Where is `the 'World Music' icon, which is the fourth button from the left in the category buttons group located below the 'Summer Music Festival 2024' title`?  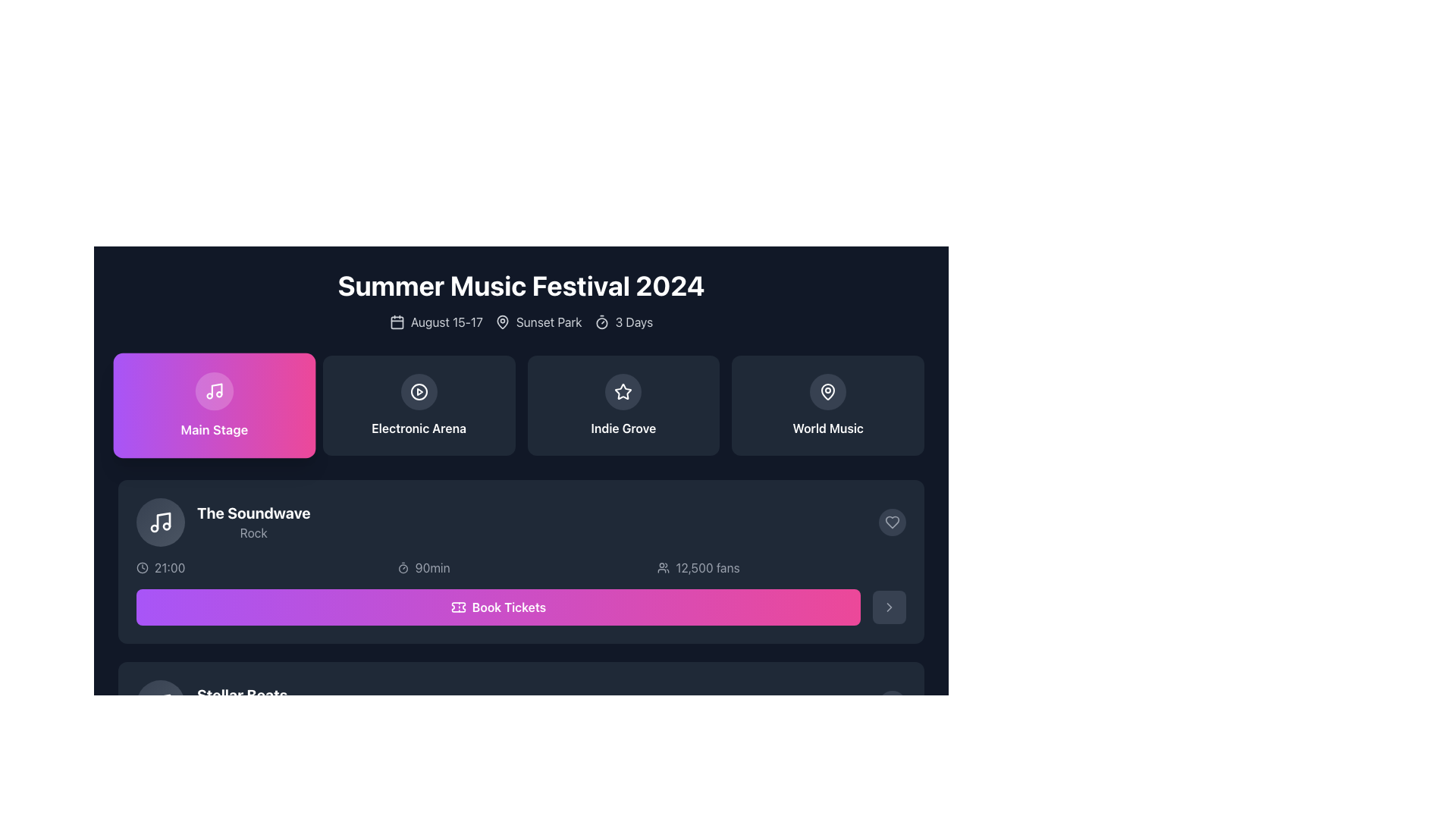
the 'World Music' icon, which is the fourth button from the left in the category buttons group located below the 'Summer Music Festival 2024' title is located at coordinates (827, 391).